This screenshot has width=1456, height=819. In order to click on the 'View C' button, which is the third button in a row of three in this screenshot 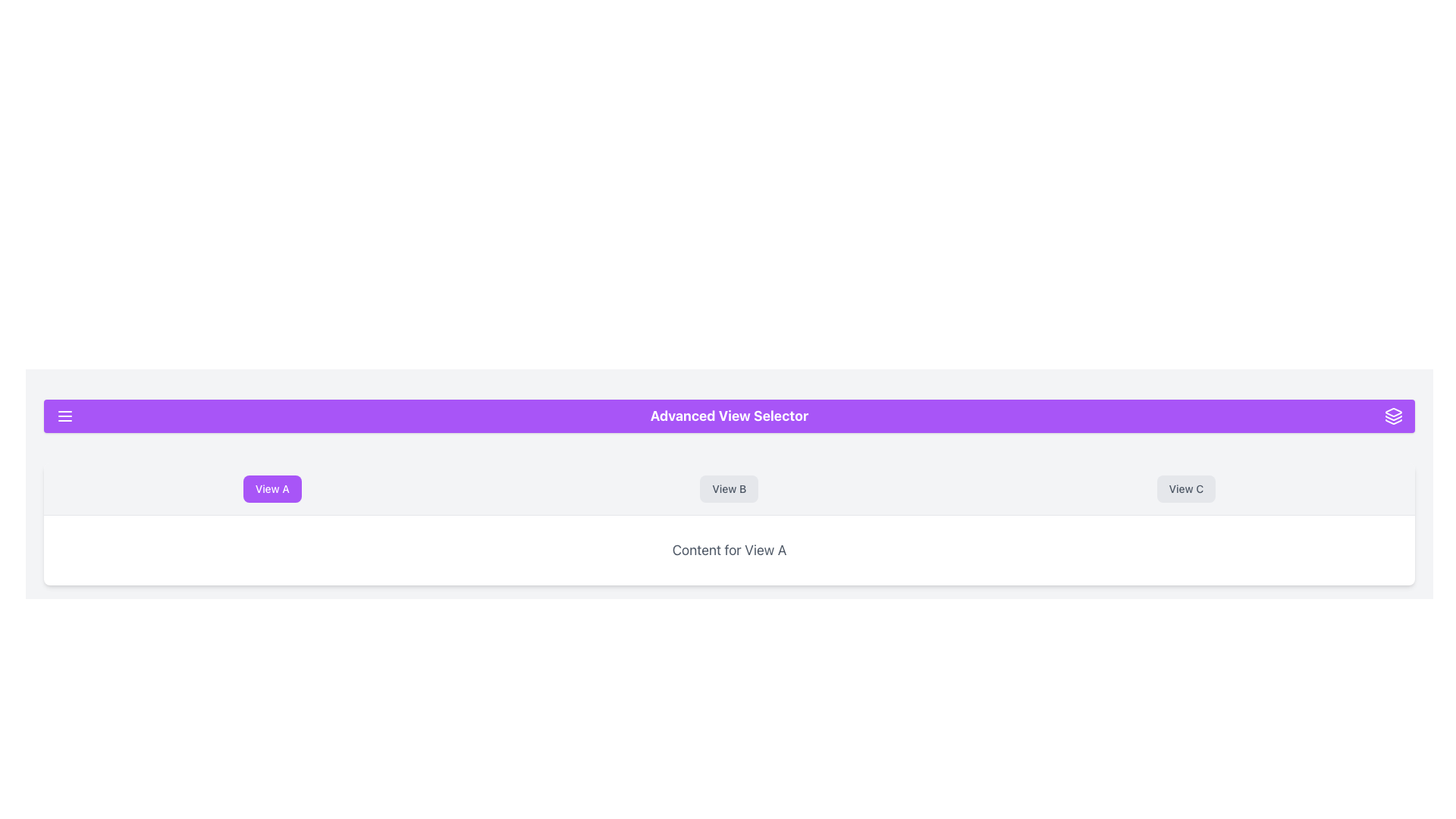, I will do `click(1185, 488)`.